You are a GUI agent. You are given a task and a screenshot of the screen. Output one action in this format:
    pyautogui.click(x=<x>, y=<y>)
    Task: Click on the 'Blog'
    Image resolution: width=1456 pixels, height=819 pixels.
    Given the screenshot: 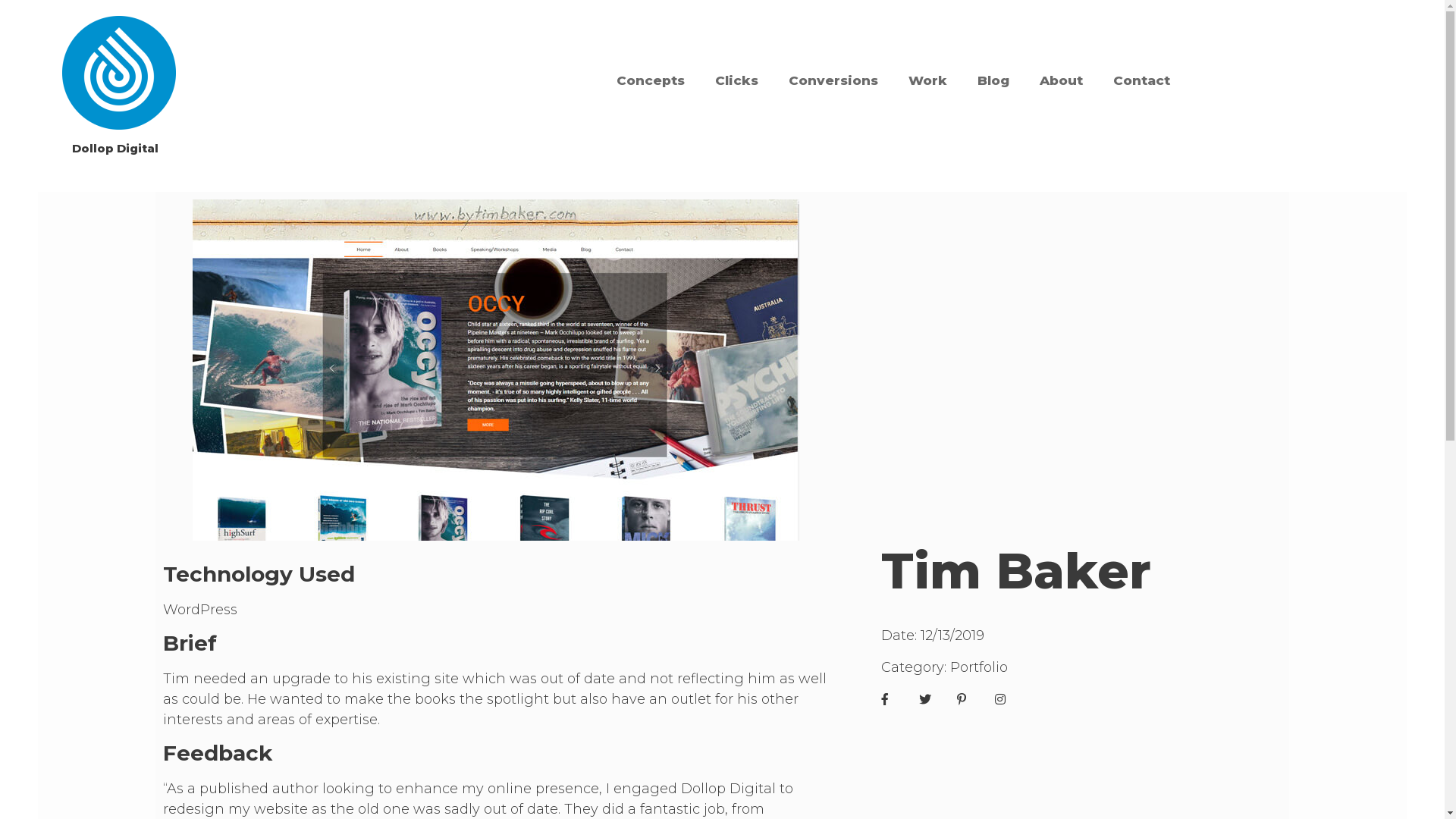 What is the action you would take?
    pyautogui.click(x=993, y=80)
    